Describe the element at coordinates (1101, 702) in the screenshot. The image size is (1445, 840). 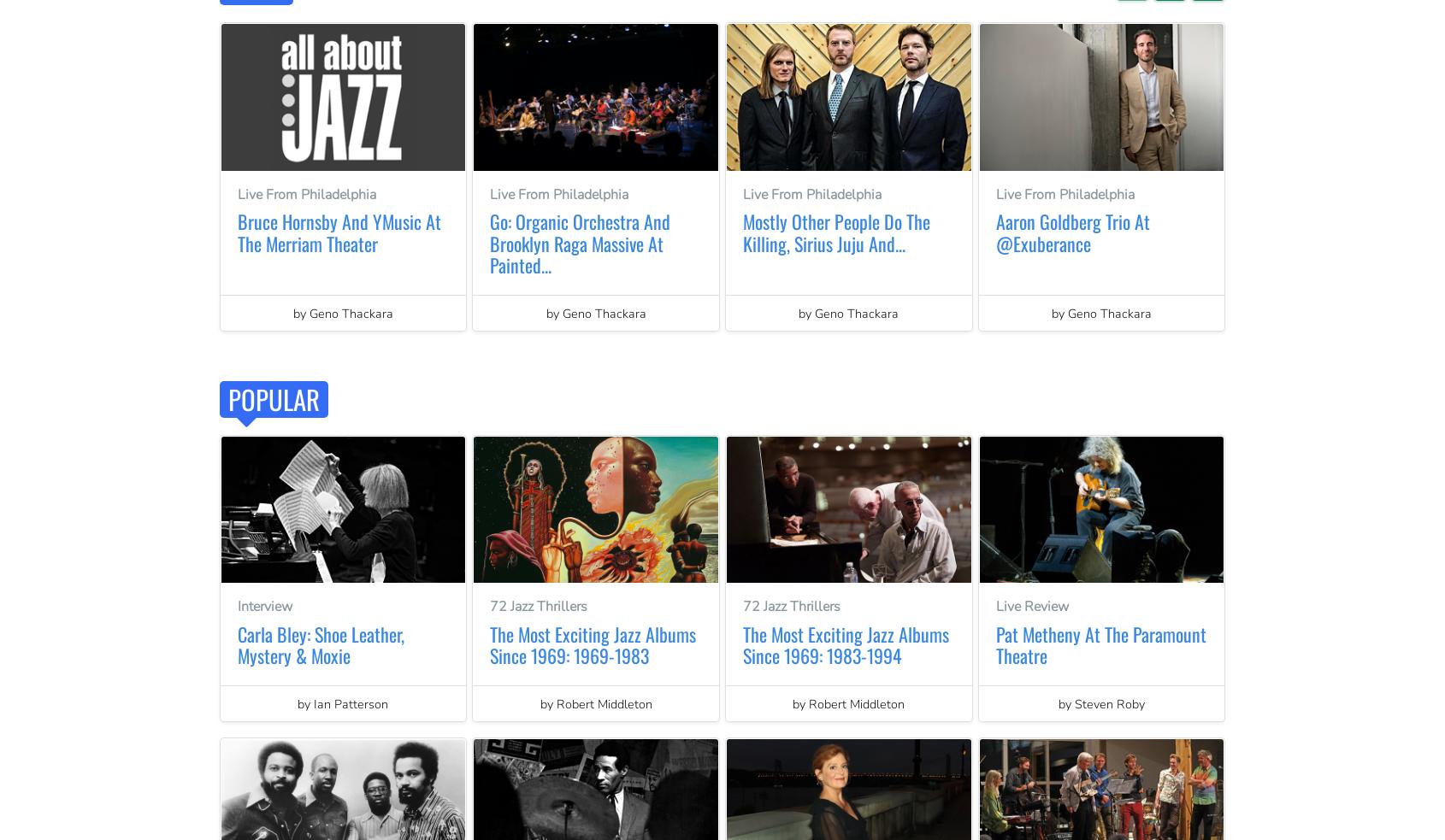
I see `'by Steven Roby'` at that location.